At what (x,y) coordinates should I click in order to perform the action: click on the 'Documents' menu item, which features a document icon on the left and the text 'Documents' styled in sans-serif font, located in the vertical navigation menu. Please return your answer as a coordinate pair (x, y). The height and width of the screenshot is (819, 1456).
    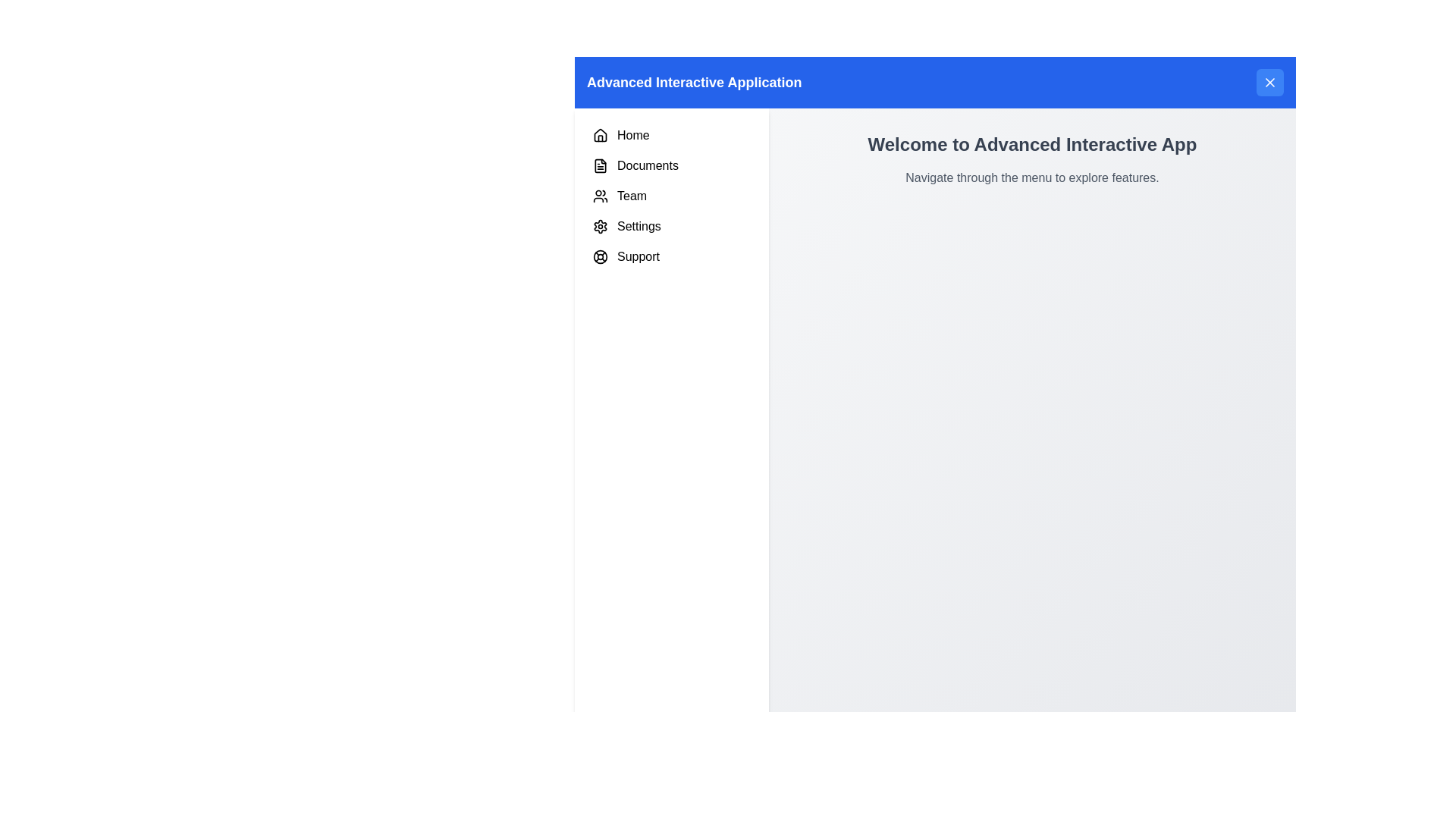
    Looking at the image, I should click on (671, 166).